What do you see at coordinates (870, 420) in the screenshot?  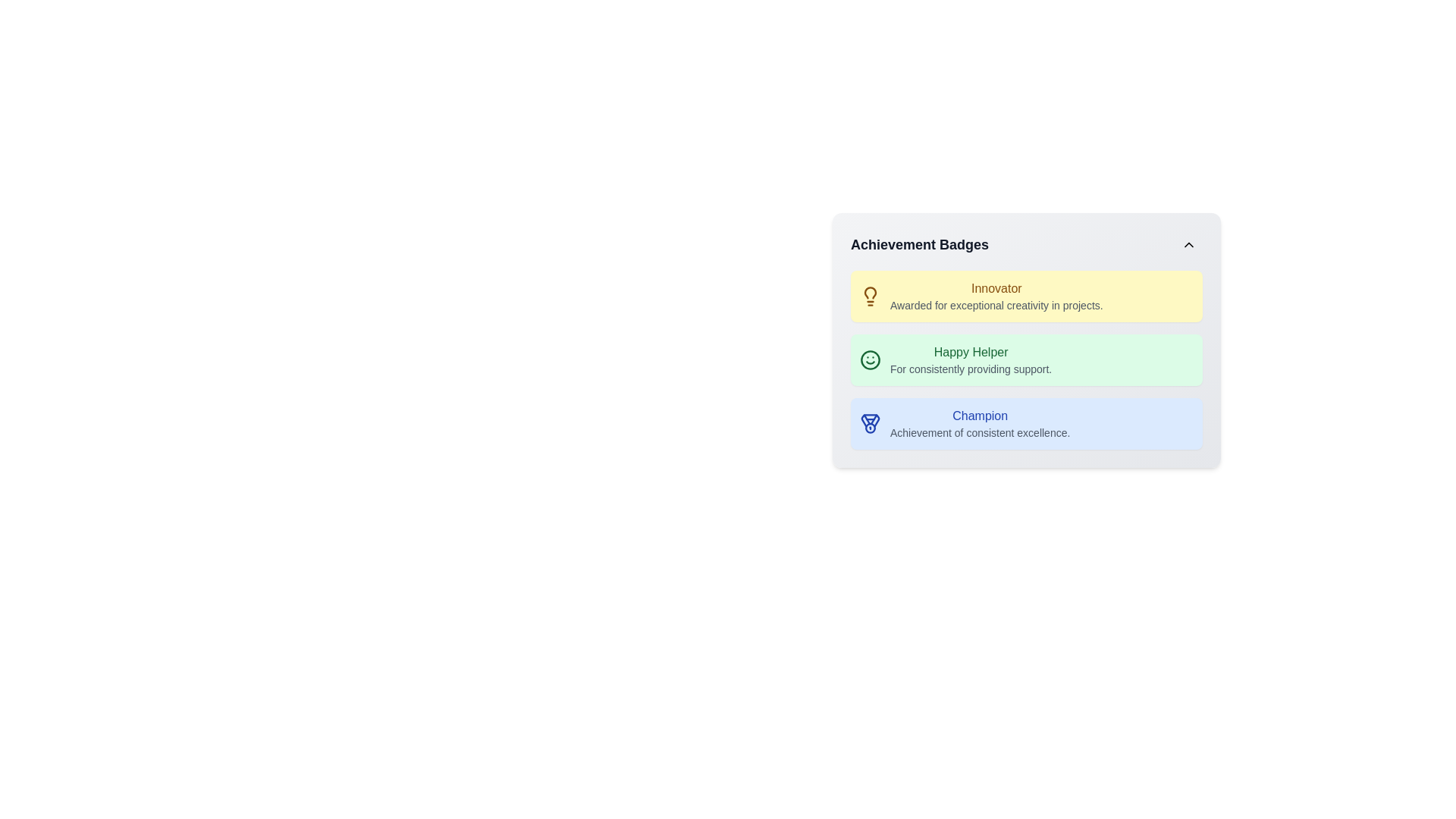 I see `the medal icon in the 'Champion' section of the 'Achievement Badges' interface, which is characterized by its blue outline and white background` at bounding box center [870, 420].